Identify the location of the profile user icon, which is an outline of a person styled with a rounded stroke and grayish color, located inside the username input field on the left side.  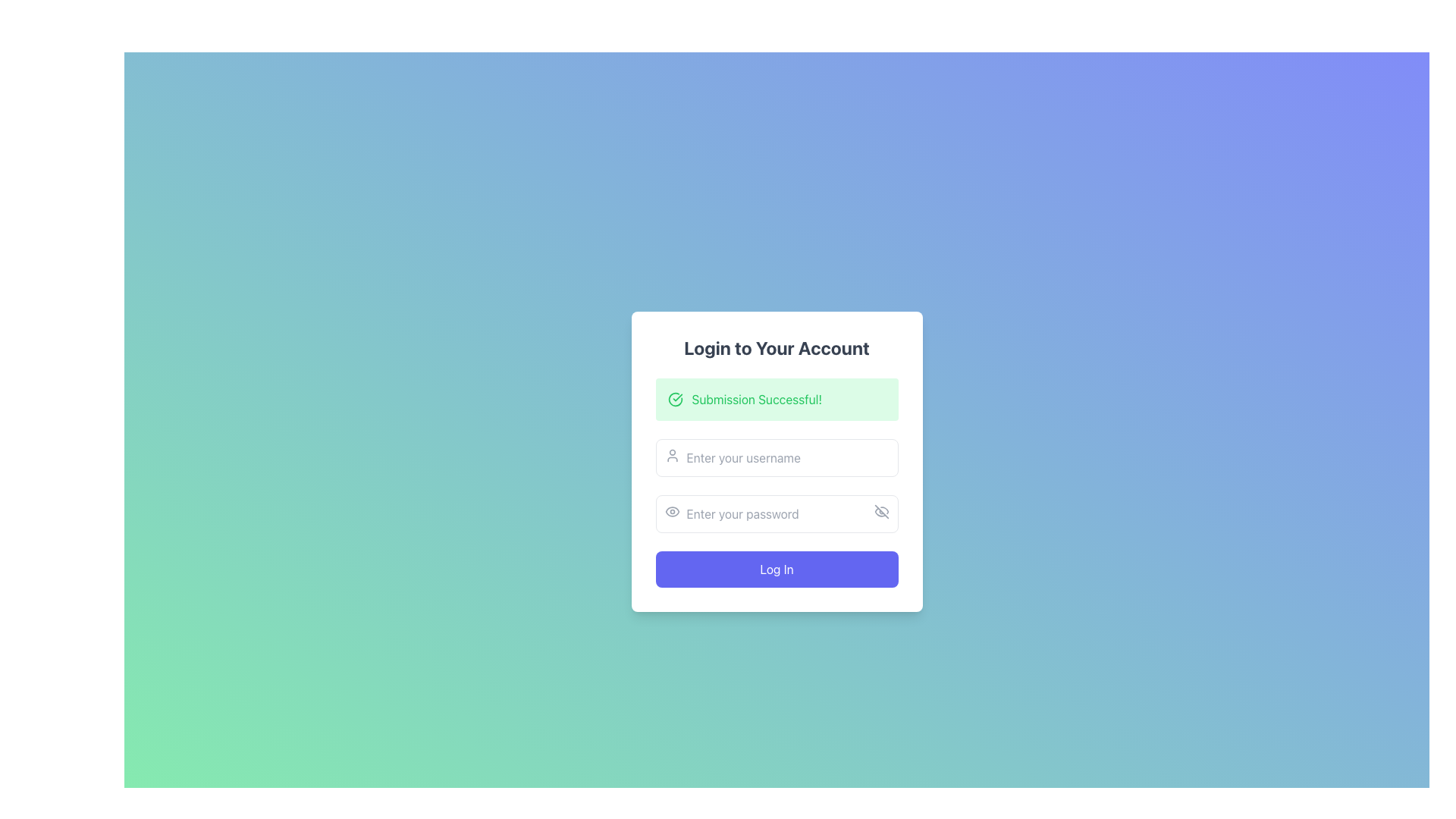
(671, 455).